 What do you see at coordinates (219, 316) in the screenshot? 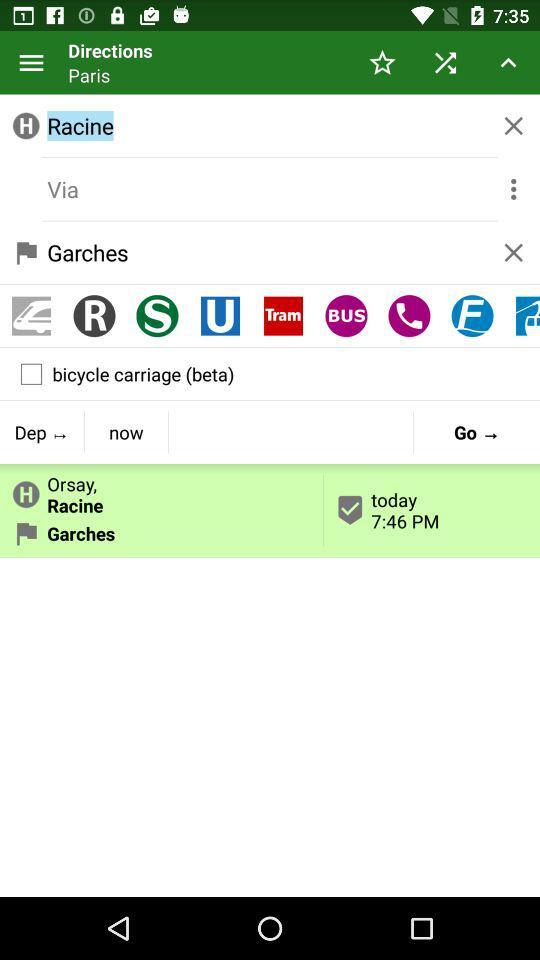
I see `the checkbox above the bicycle carriage (beta) checkbox` at bounding box center [219, 316].